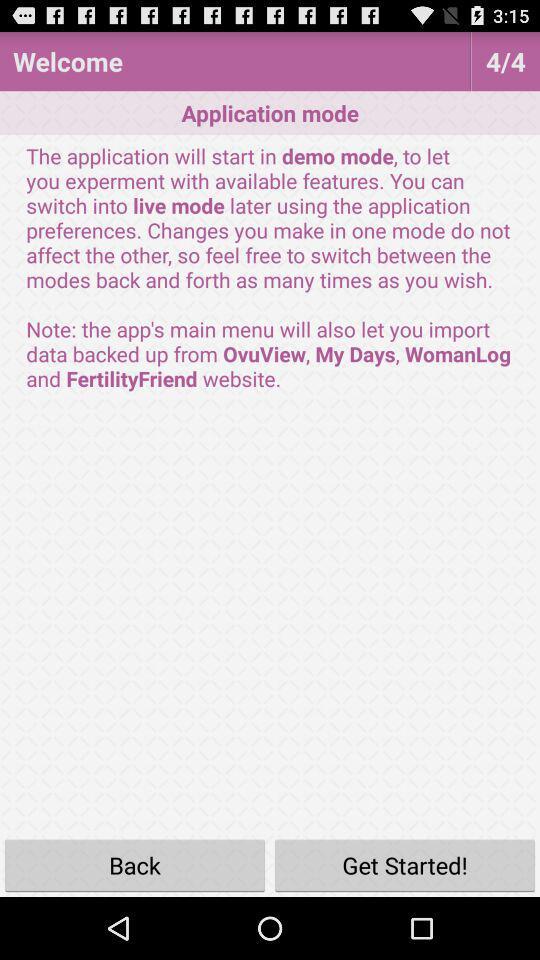 The image size is (540, 960). I want to click on button at the bottom right corner, so click(405, 864).